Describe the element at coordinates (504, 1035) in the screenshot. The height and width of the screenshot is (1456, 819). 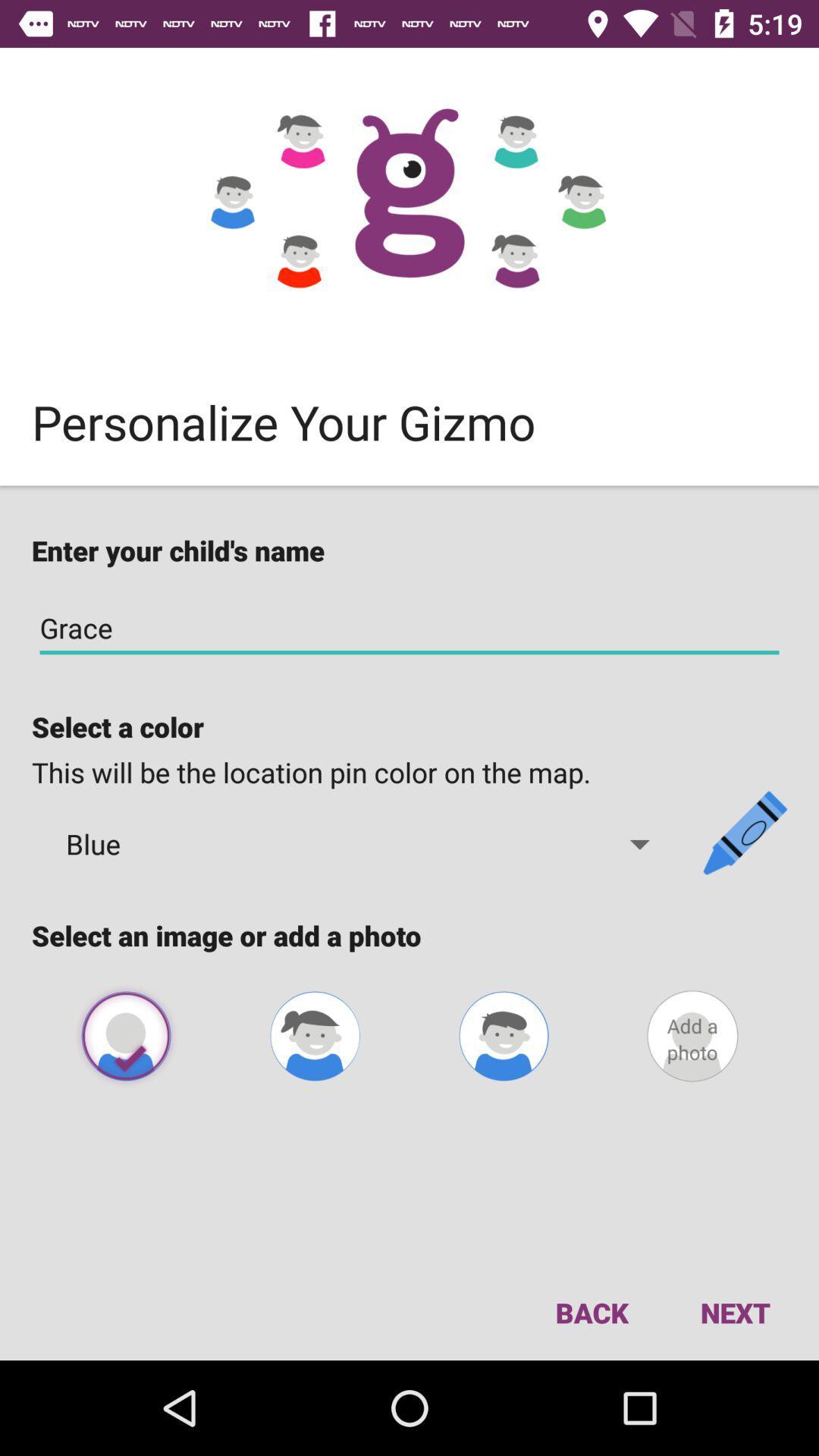
I see `filter` at that location.